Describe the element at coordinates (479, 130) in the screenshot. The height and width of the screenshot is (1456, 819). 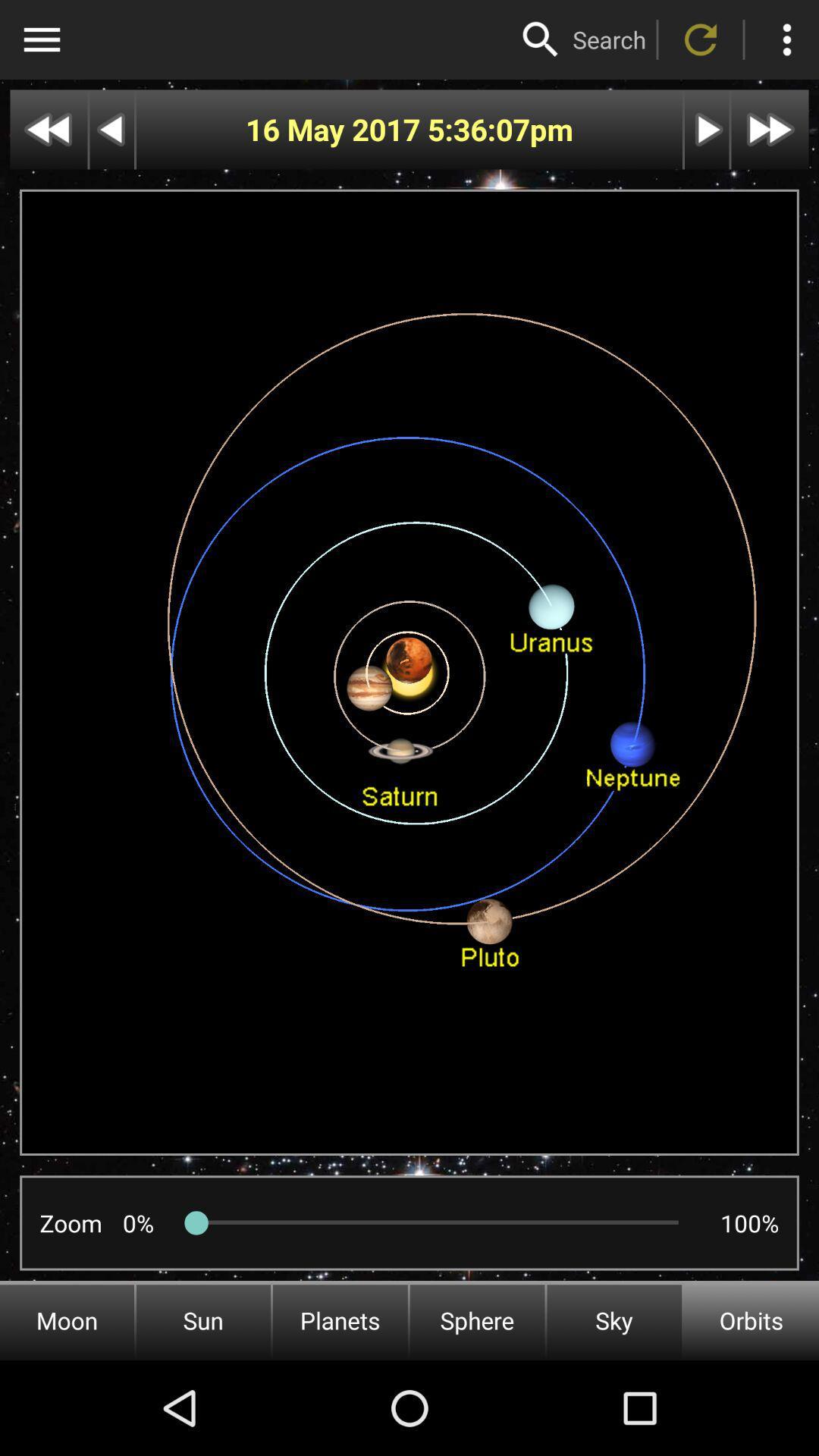
I see `the icon next to pm icon` at that location.